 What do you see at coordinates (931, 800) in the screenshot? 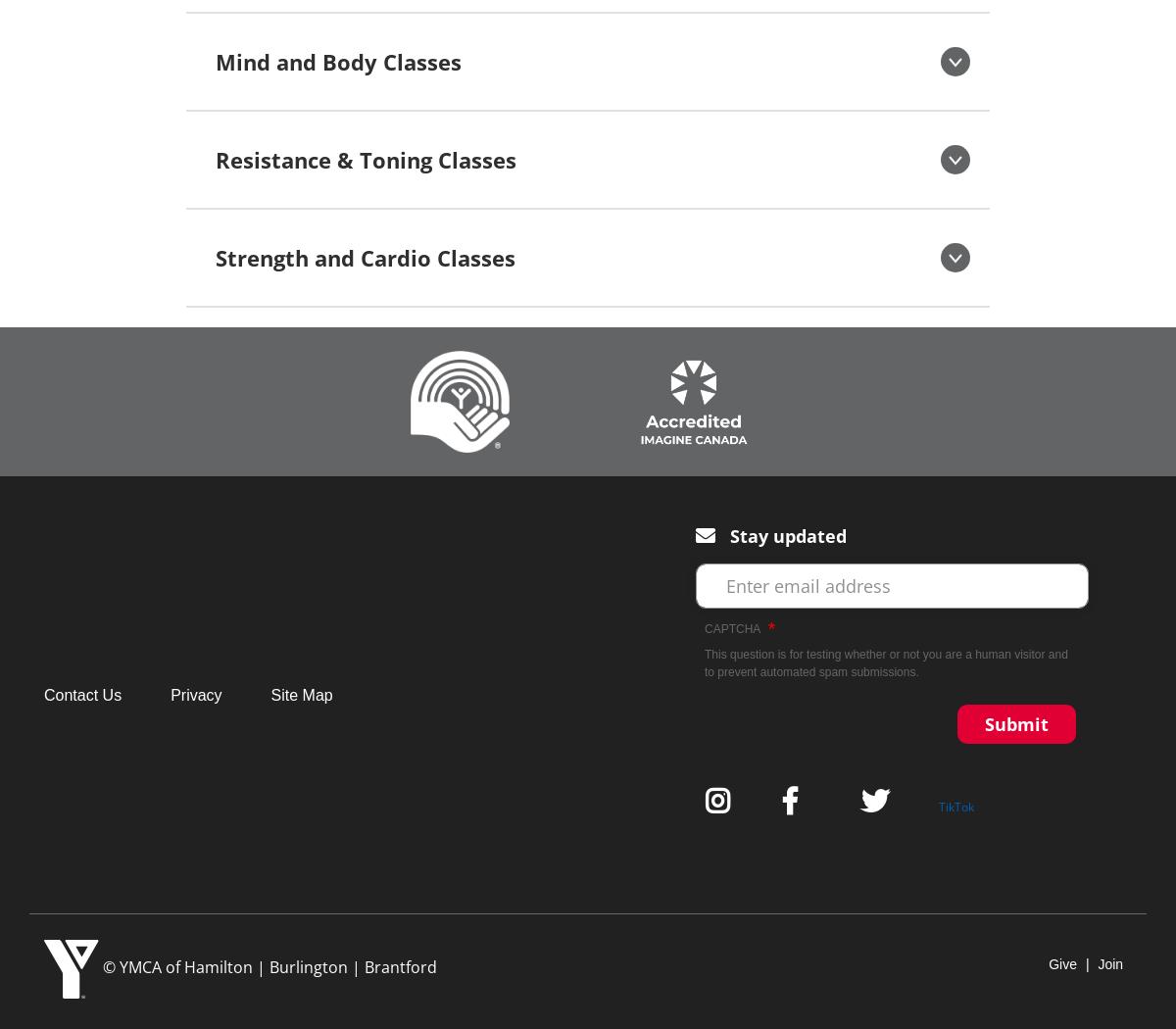
I see `'Twitter'` at bounding box center [931, 800].